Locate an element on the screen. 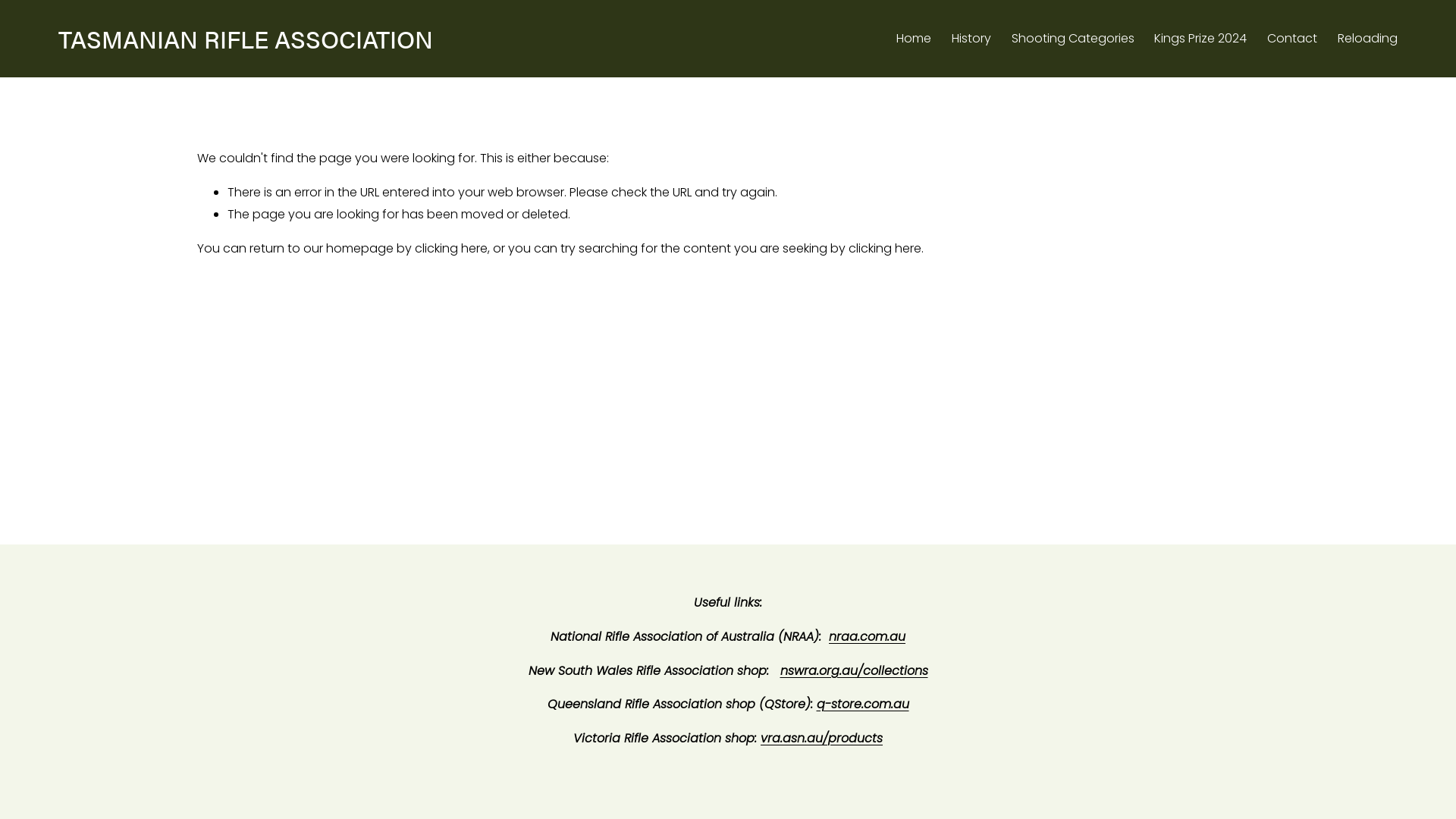 Image resolution: width=1456 pixels, height=819 pixels. 'Kings Prize 2024' is located at coordinates (1200, 37).